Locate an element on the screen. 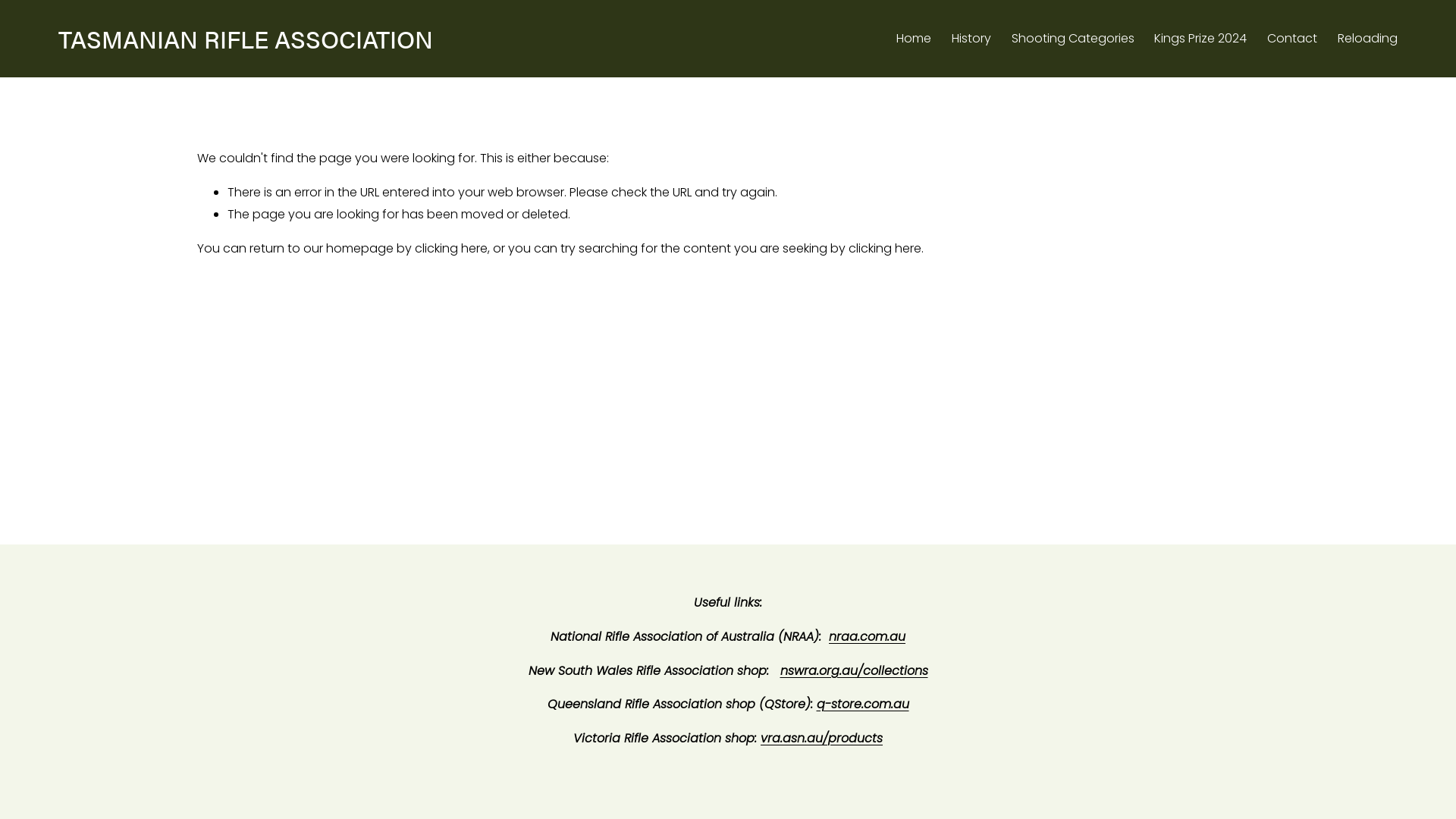 Image resolution: width=1456 pixels, height=819 pixels. 'Kings Prize 2024' is located at coordinates (1200, 37).